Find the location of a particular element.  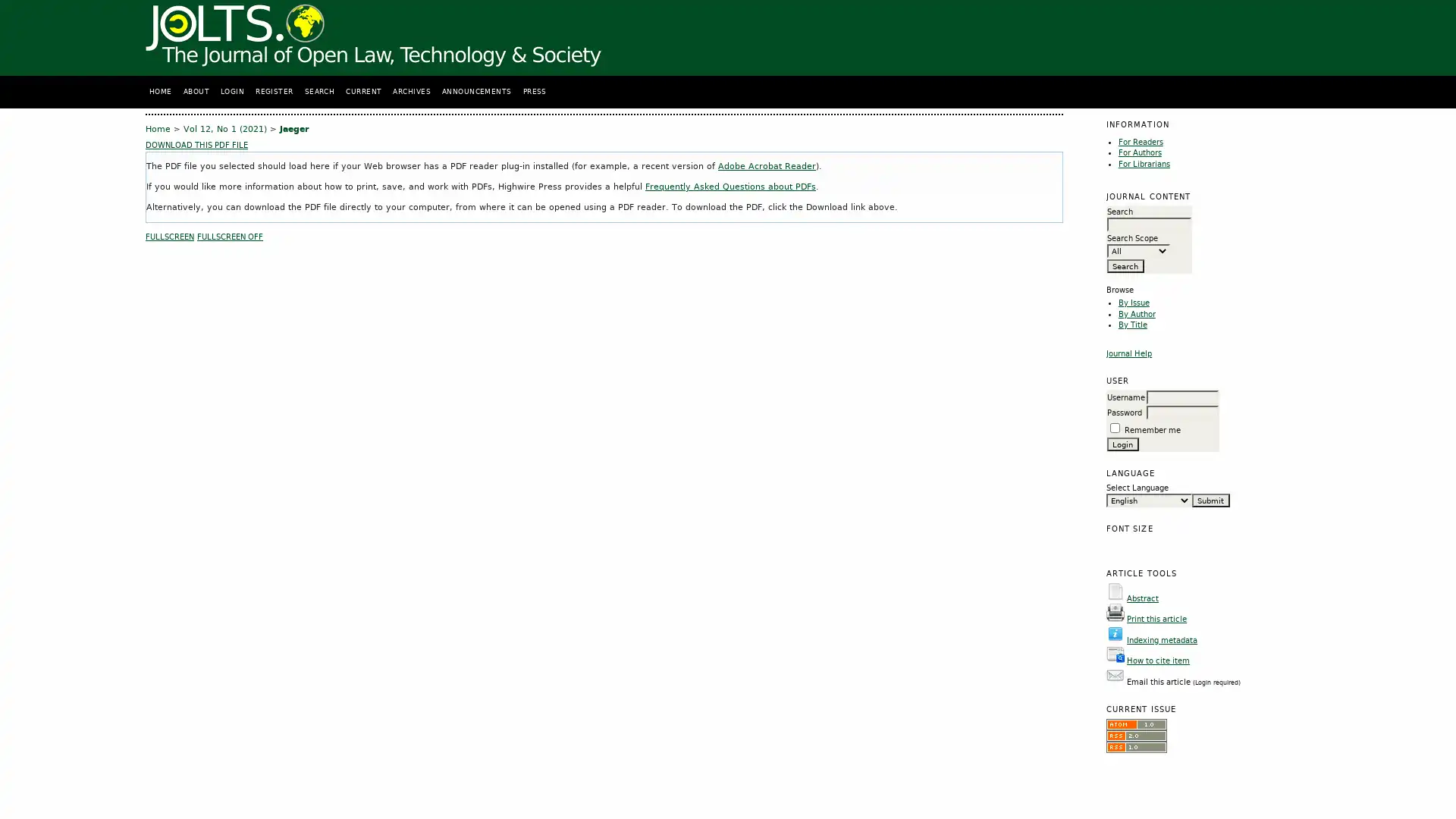

Login is located at coordinates (1122, 444).